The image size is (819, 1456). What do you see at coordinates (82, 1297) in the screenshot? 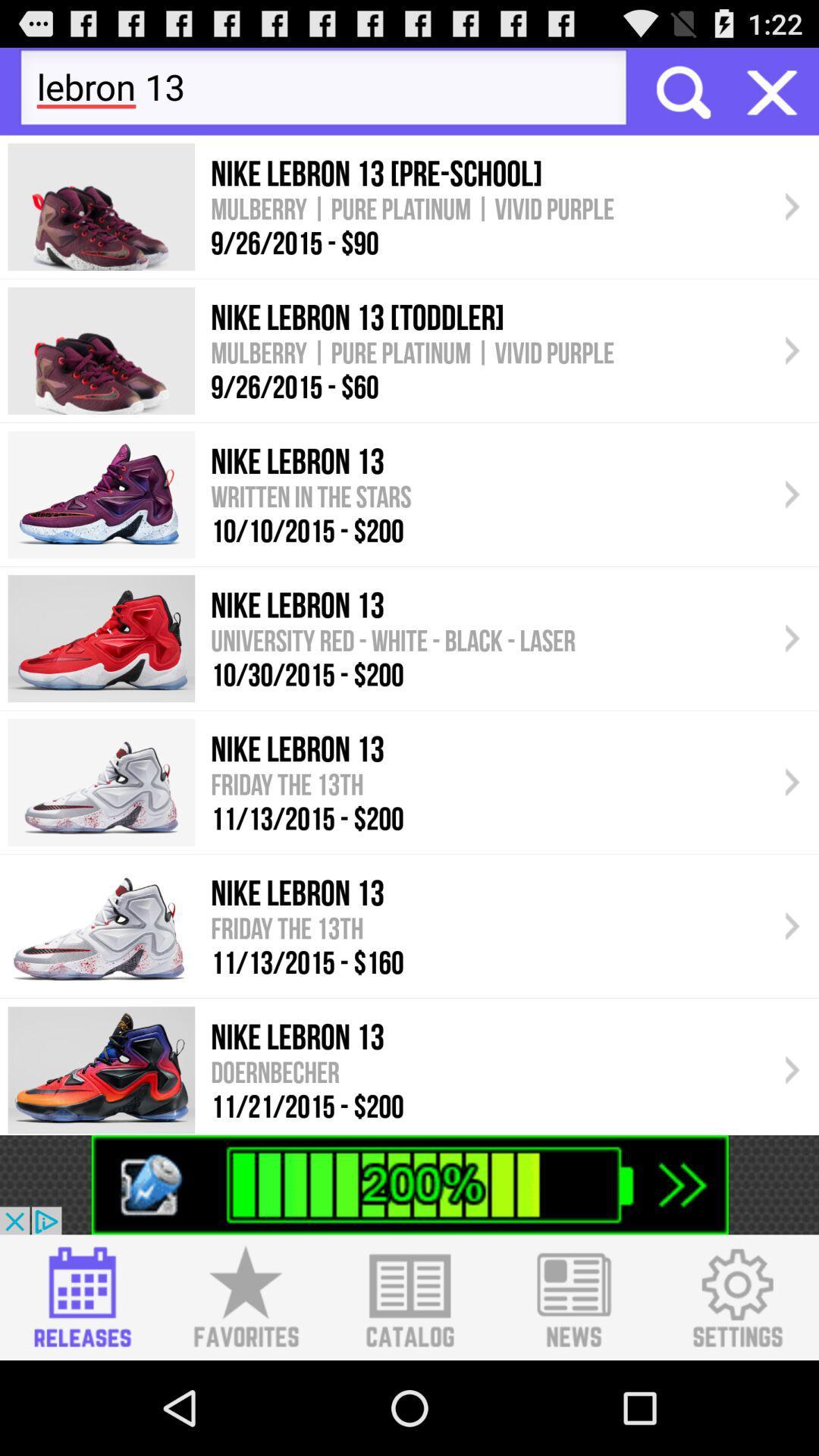
I see `releases sharing the information` at bounding box center [82, 1297].